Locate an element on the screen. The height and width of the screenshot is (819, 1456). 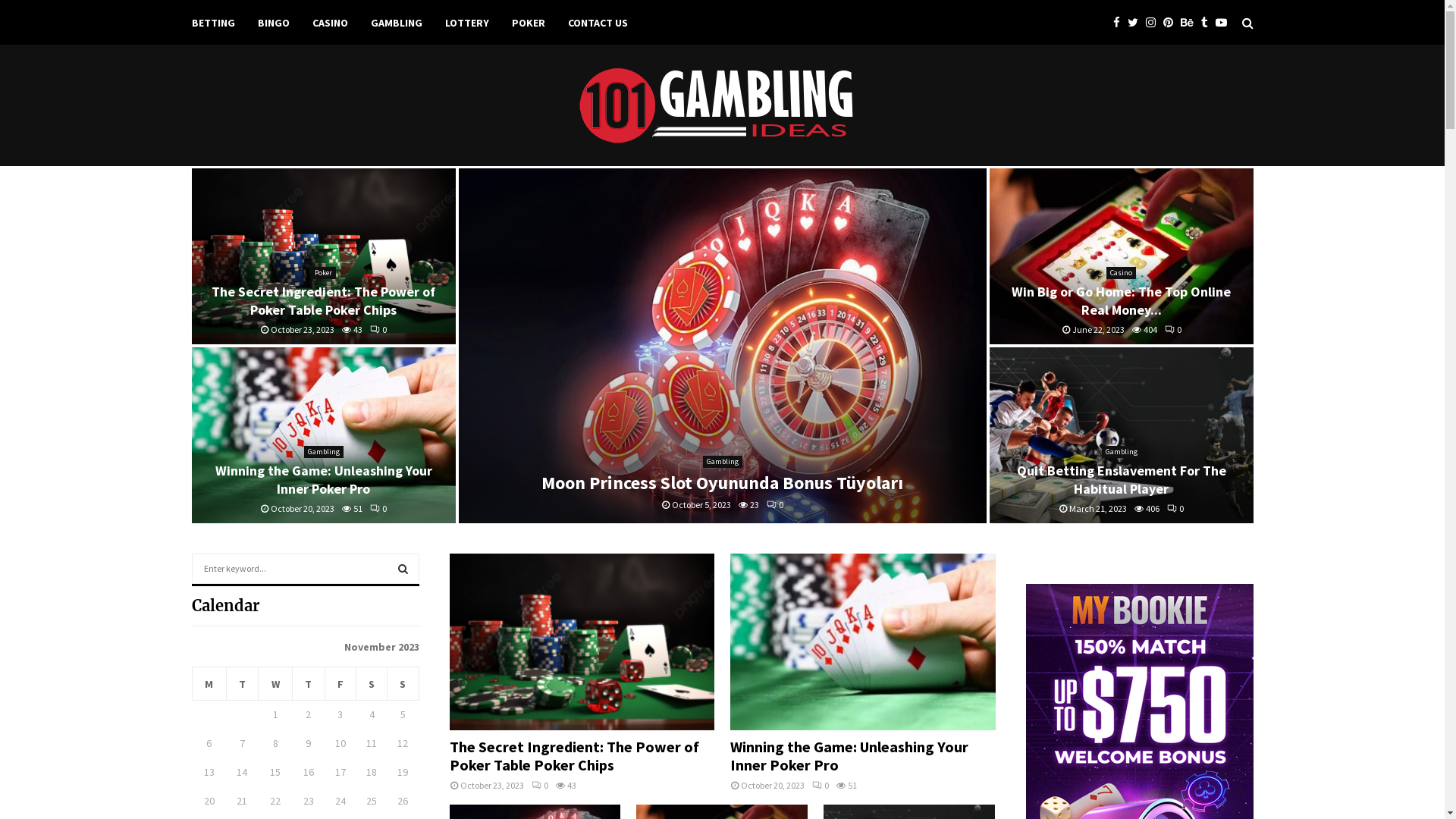
'Pinterest' is located at coordinates (1171, 23).